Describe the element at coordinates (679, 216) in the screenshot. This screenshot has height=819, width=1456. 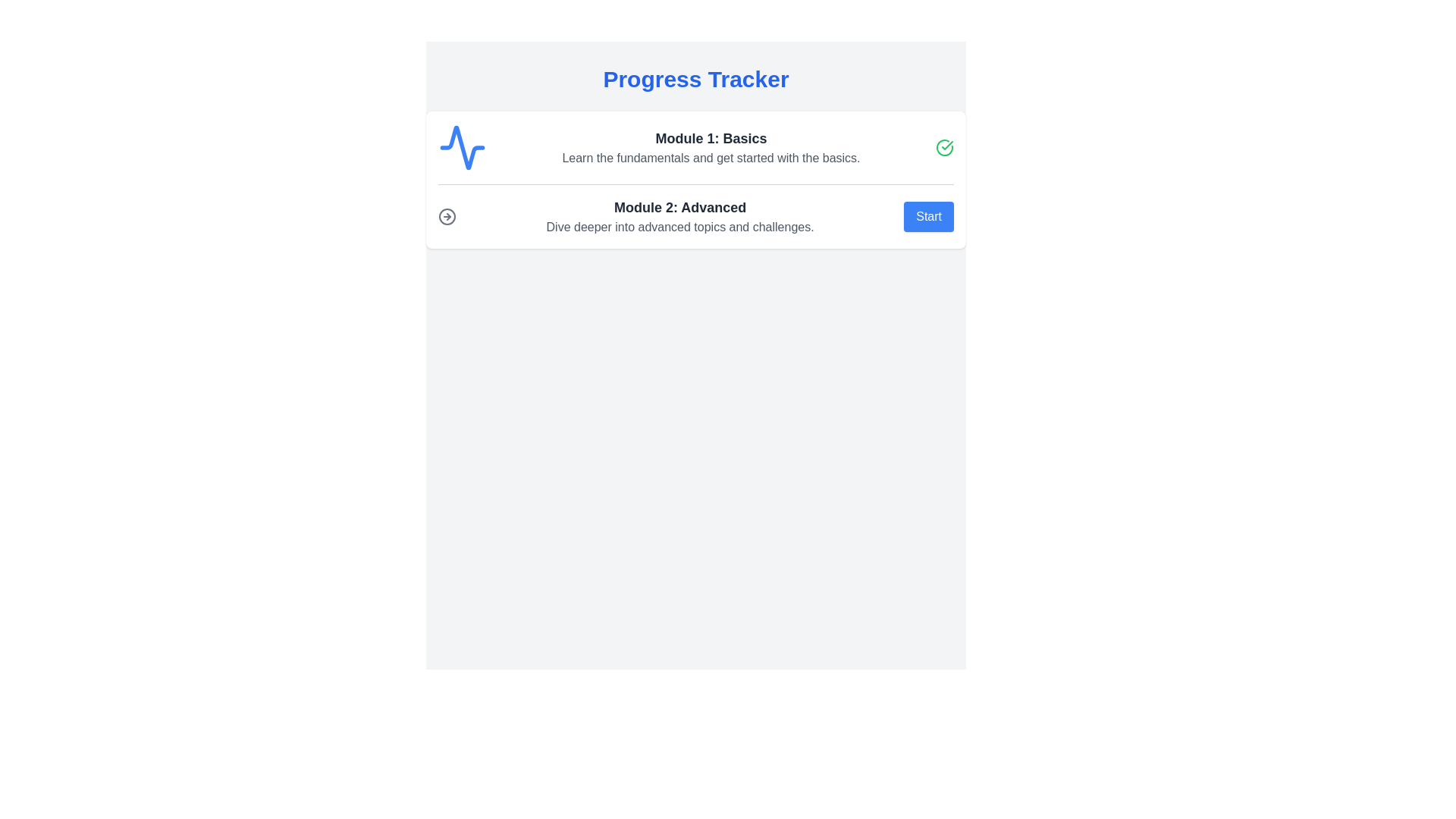
I see `the text block titled 'Module 2: Advanced' with a description below it in the progress tracker interface` at that location.